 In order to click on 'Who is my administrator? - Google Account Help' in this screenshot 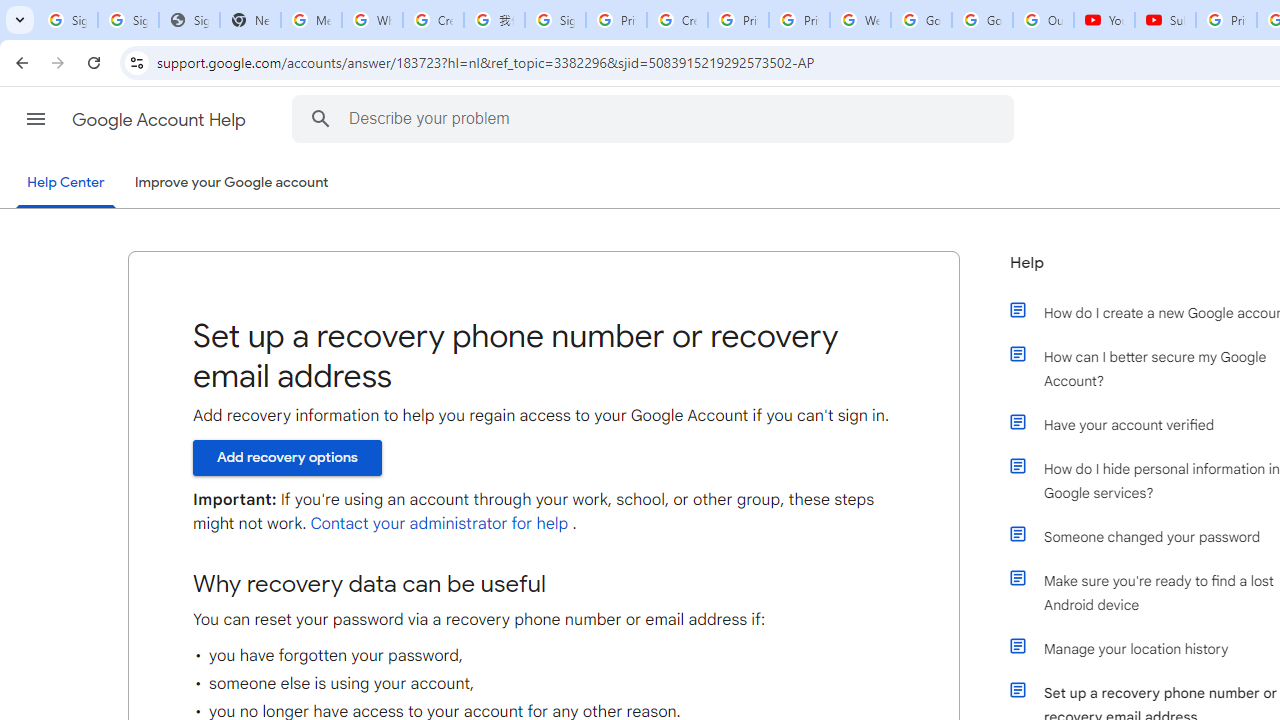, I will do `click(372, 20)`.